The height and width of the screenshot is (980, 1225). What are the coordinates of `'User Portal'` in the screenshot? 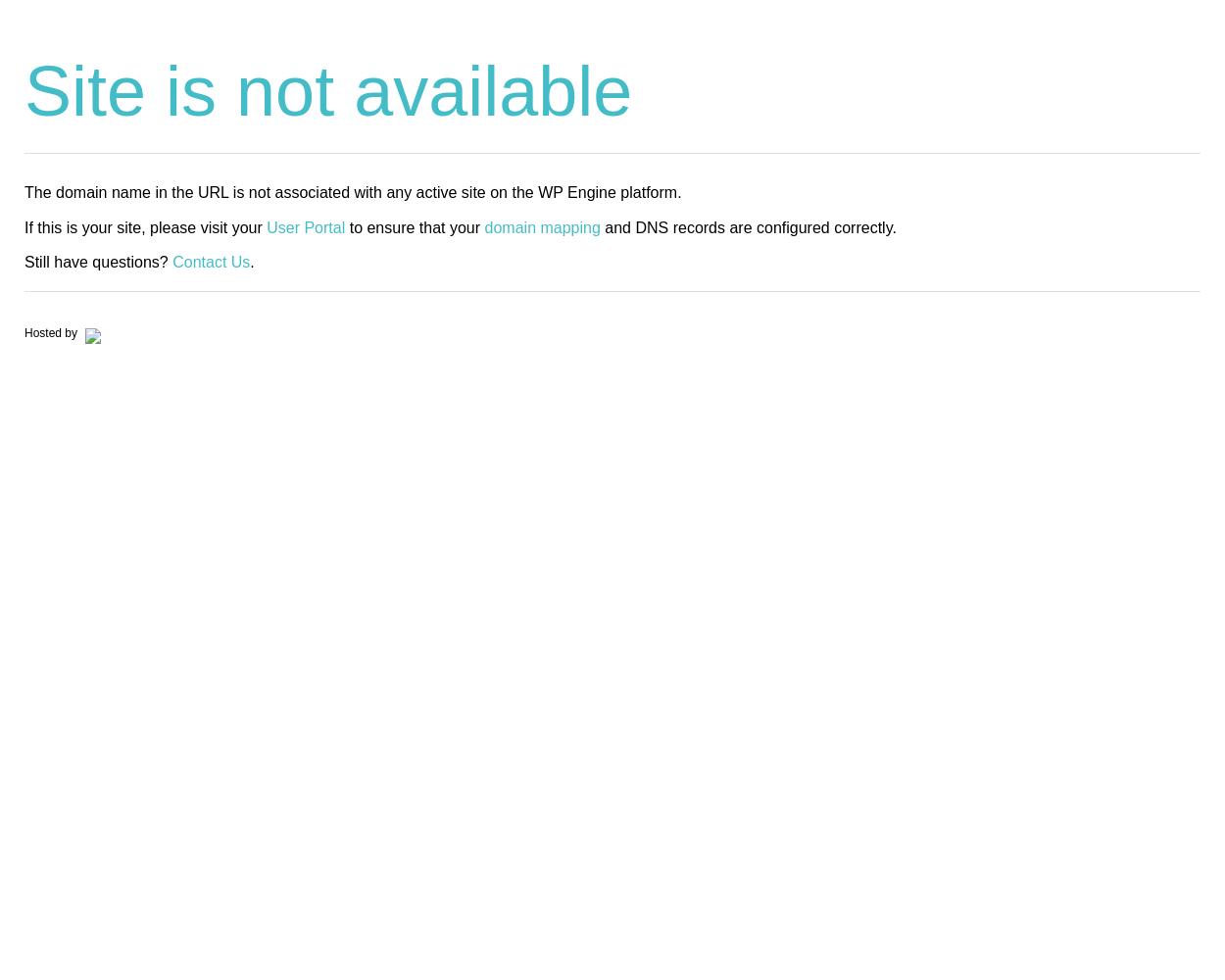 It's located at (267, 225).